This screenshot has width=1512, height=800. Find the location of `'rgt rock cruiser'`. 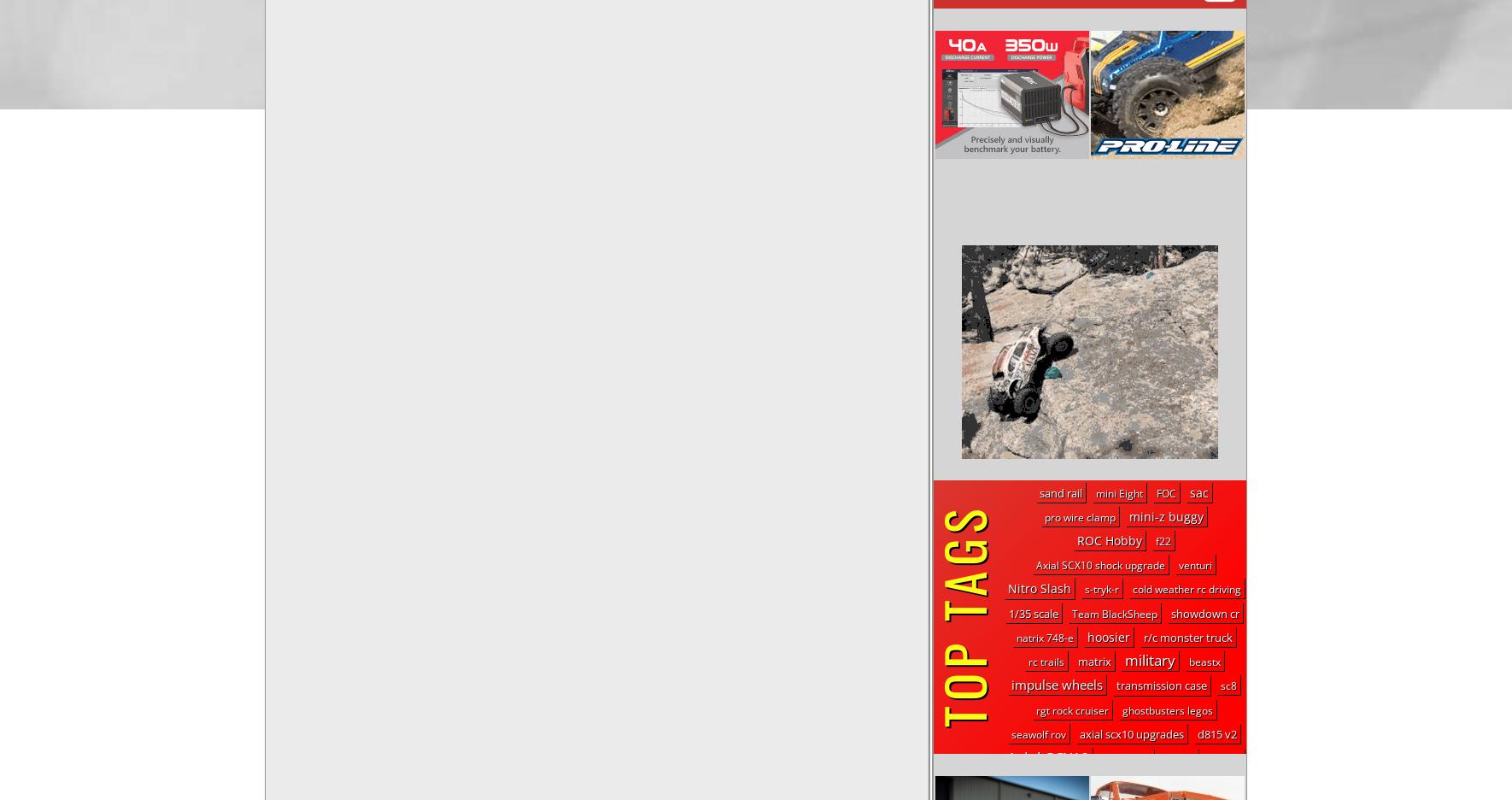

'rgt rock cruiser' is located at coordinates (1070, 709).